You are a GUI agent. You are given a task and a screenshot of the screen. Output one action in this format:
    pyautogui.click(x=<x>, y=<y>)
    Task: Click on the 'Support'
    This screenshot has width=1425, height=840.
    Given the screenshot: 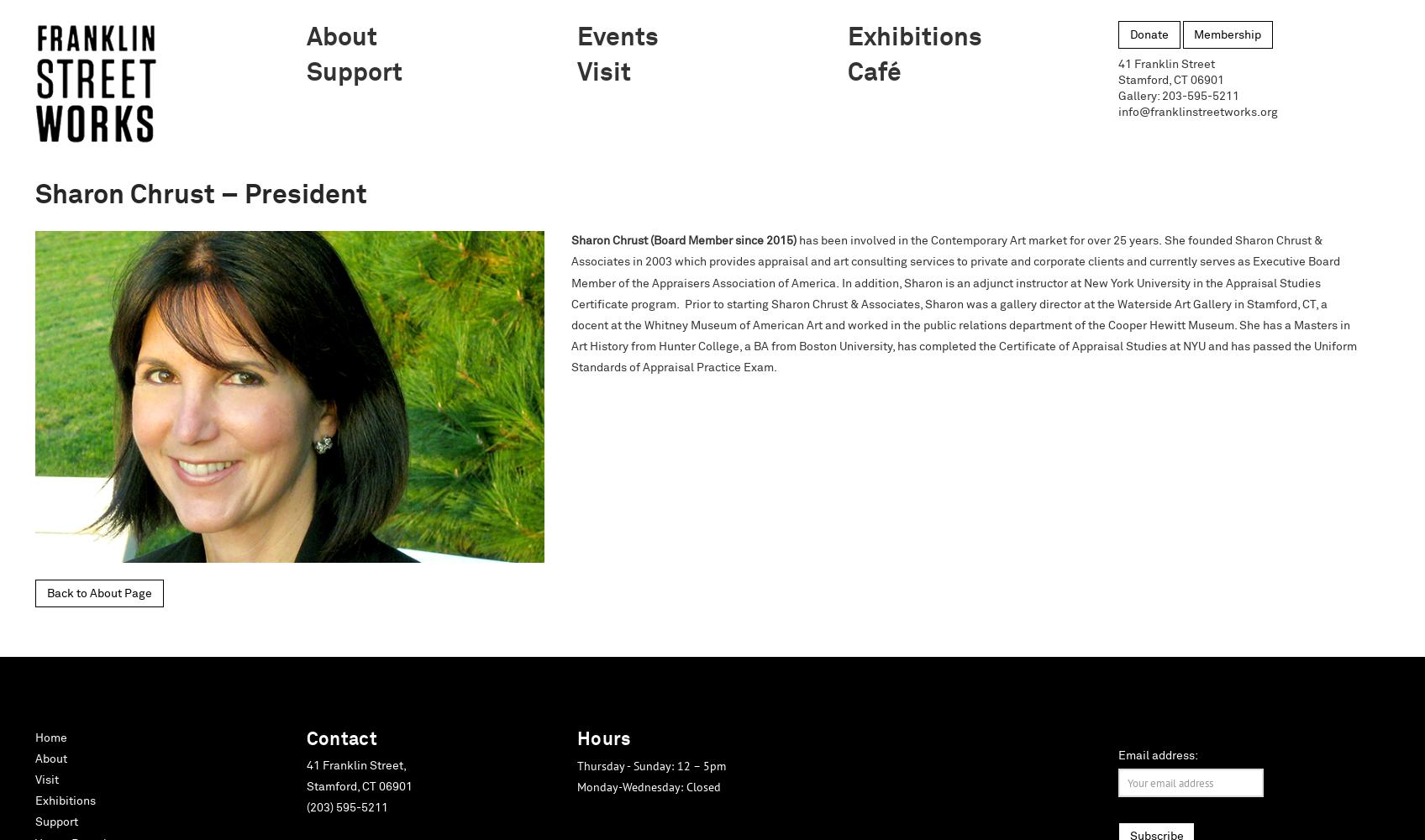 What is the action you would take?
    pyautogui.click(x=56, y=822)
    